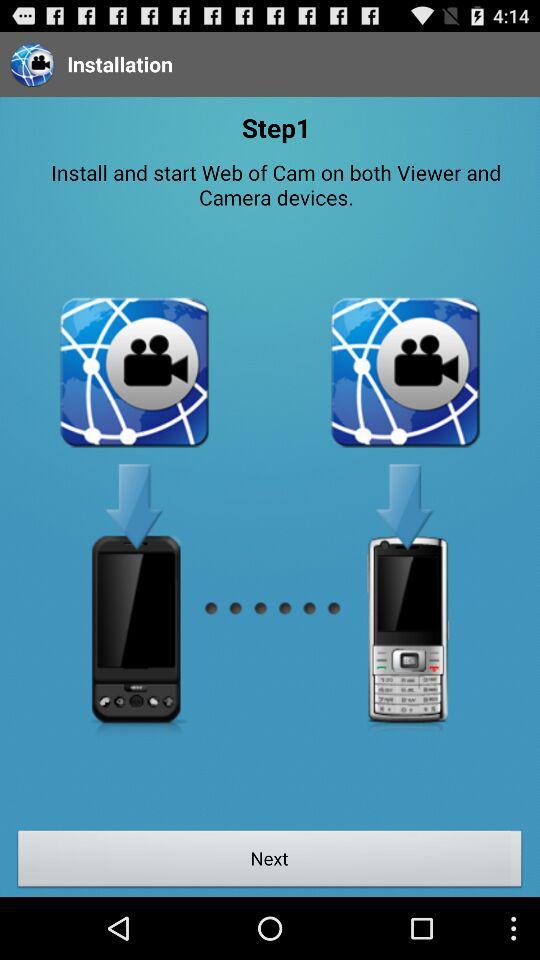 Image resolution: width=540 pixels, height=960 pixels. What do you see at coordinates (270, 860) in the screenshot?
I see `next` at bounding box center [270, 860].